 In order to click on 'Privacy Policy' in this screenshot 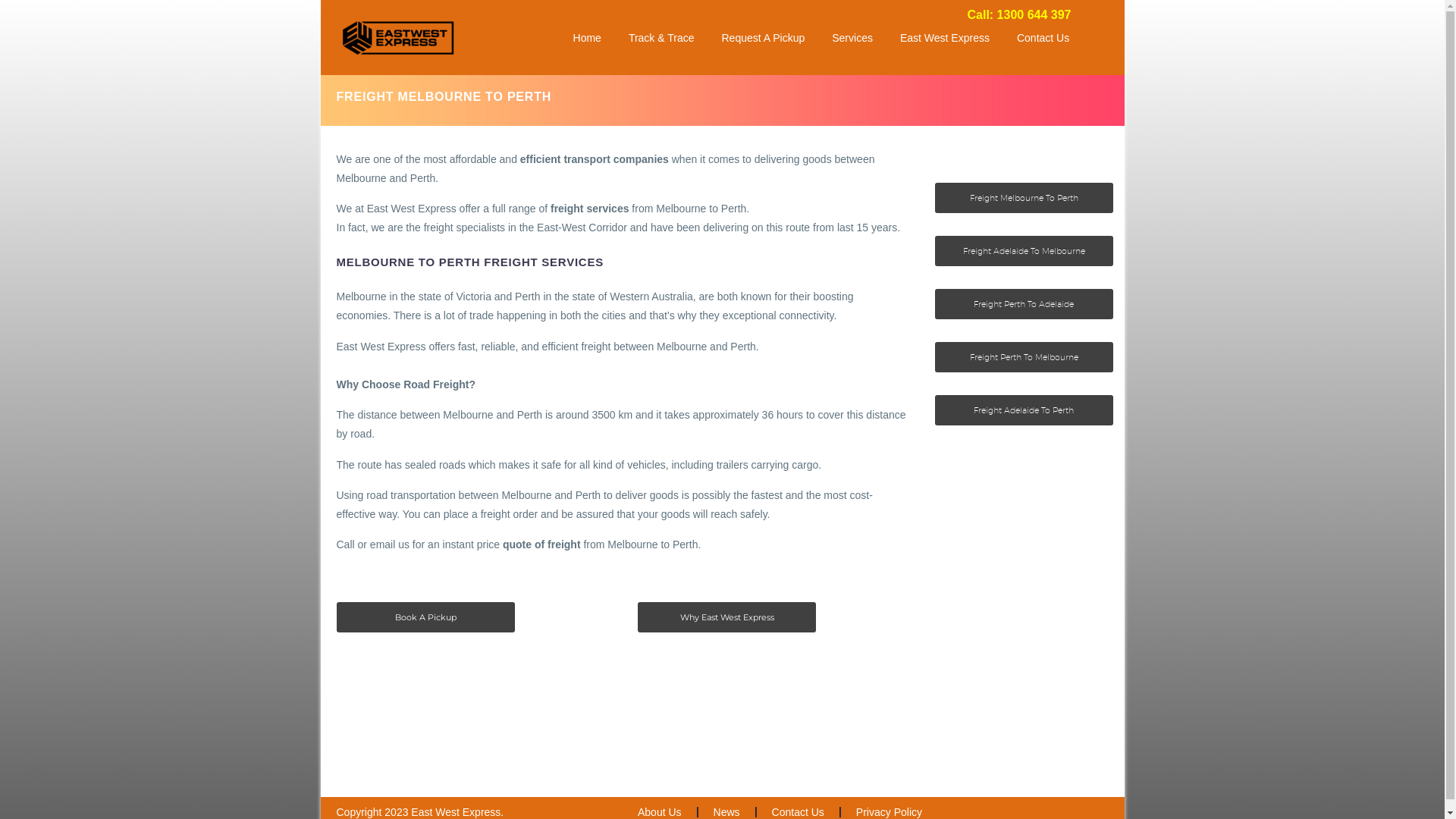, I will do `click(889, 811)`.